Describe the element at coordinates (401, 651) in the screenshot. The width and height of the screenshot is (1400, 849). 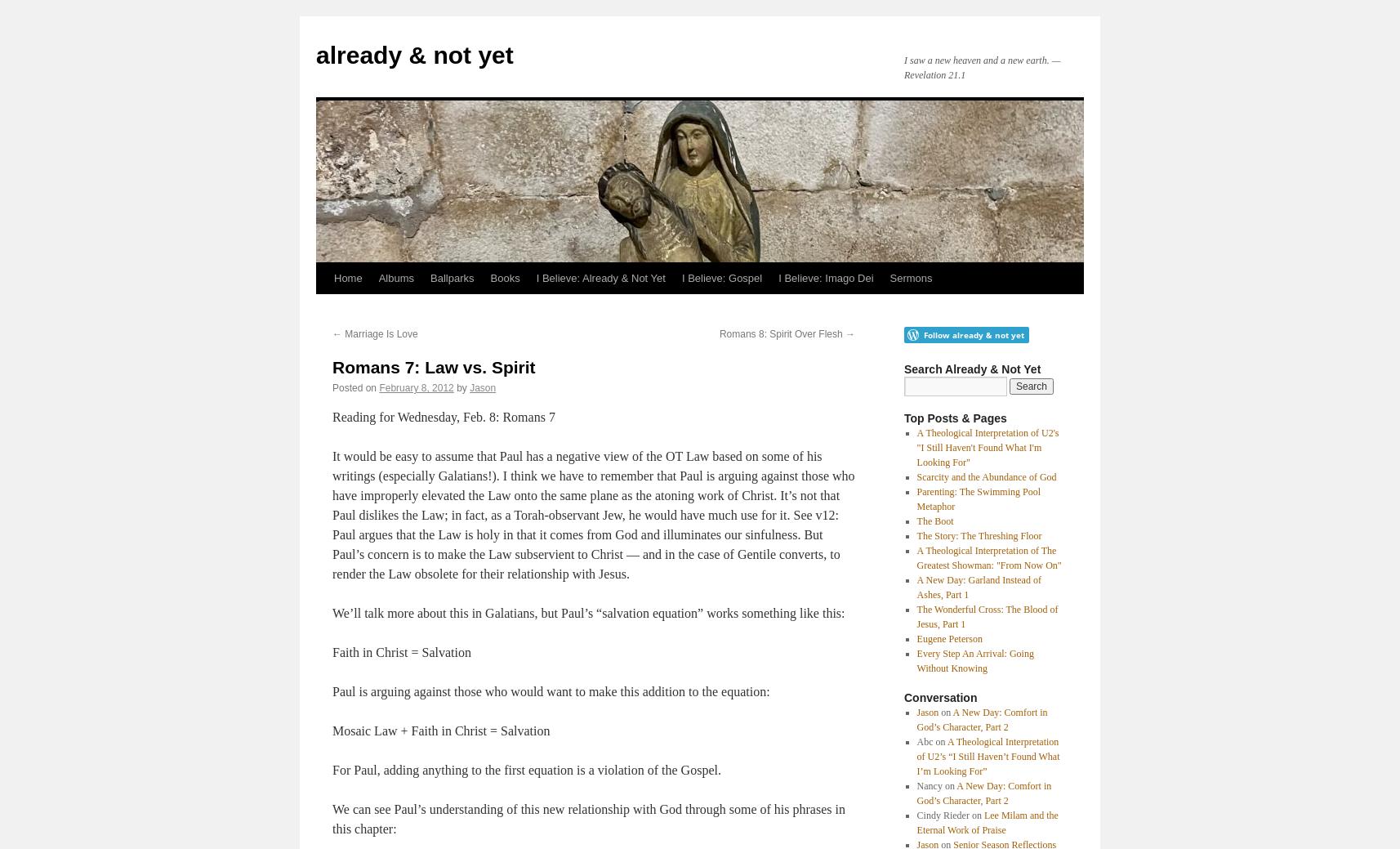
I see `'Faith in Christ = Salvation'` at that location.